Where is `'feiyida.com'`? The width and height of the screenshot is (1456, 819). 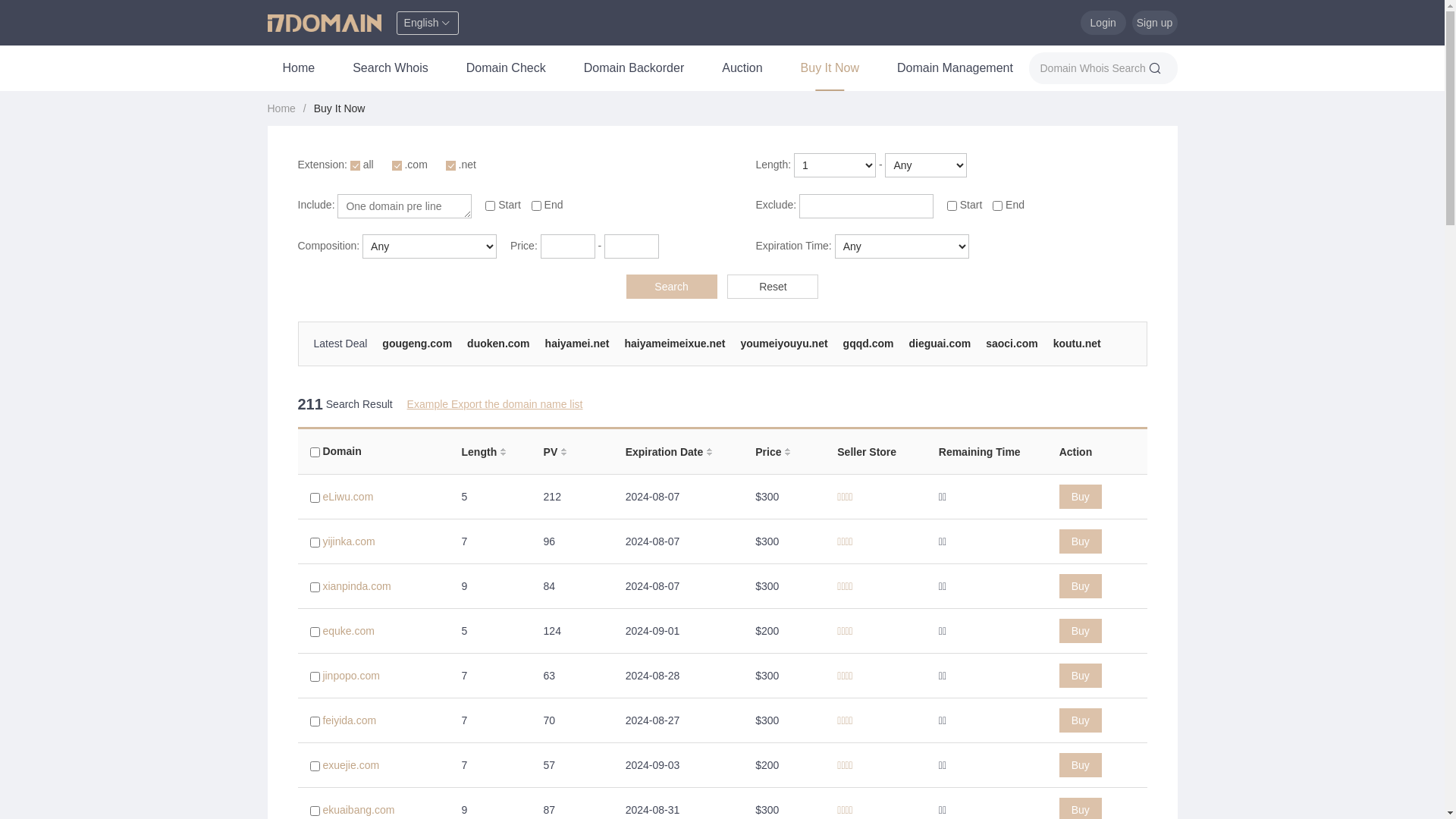 'feiyida.com' is located at coordinates (348, 719).